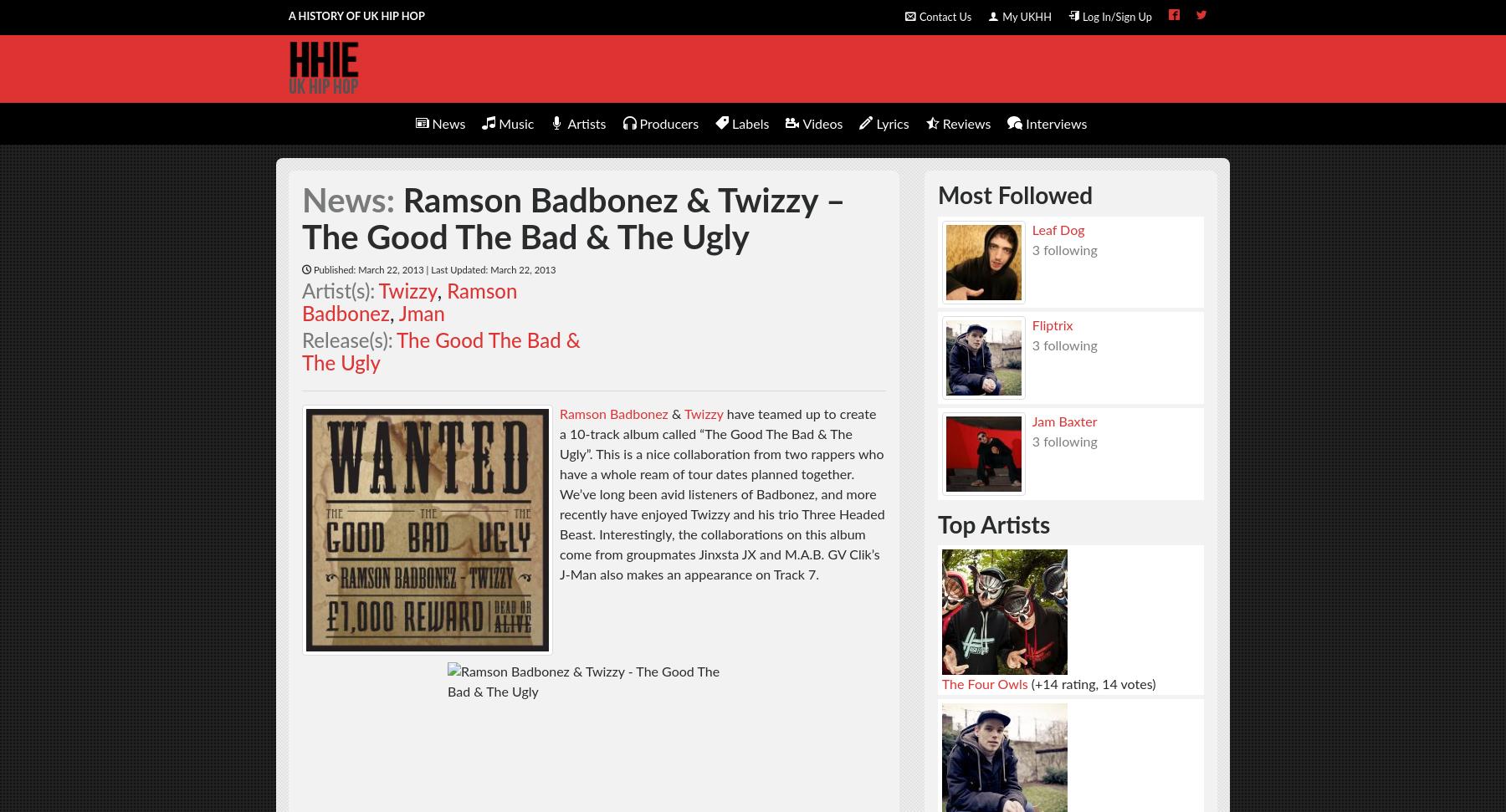 This screenshot has height=812, width=1506. Describe the element at coordinates (993, 524) in the screenshot. I see `'Top Artists'` at that location.